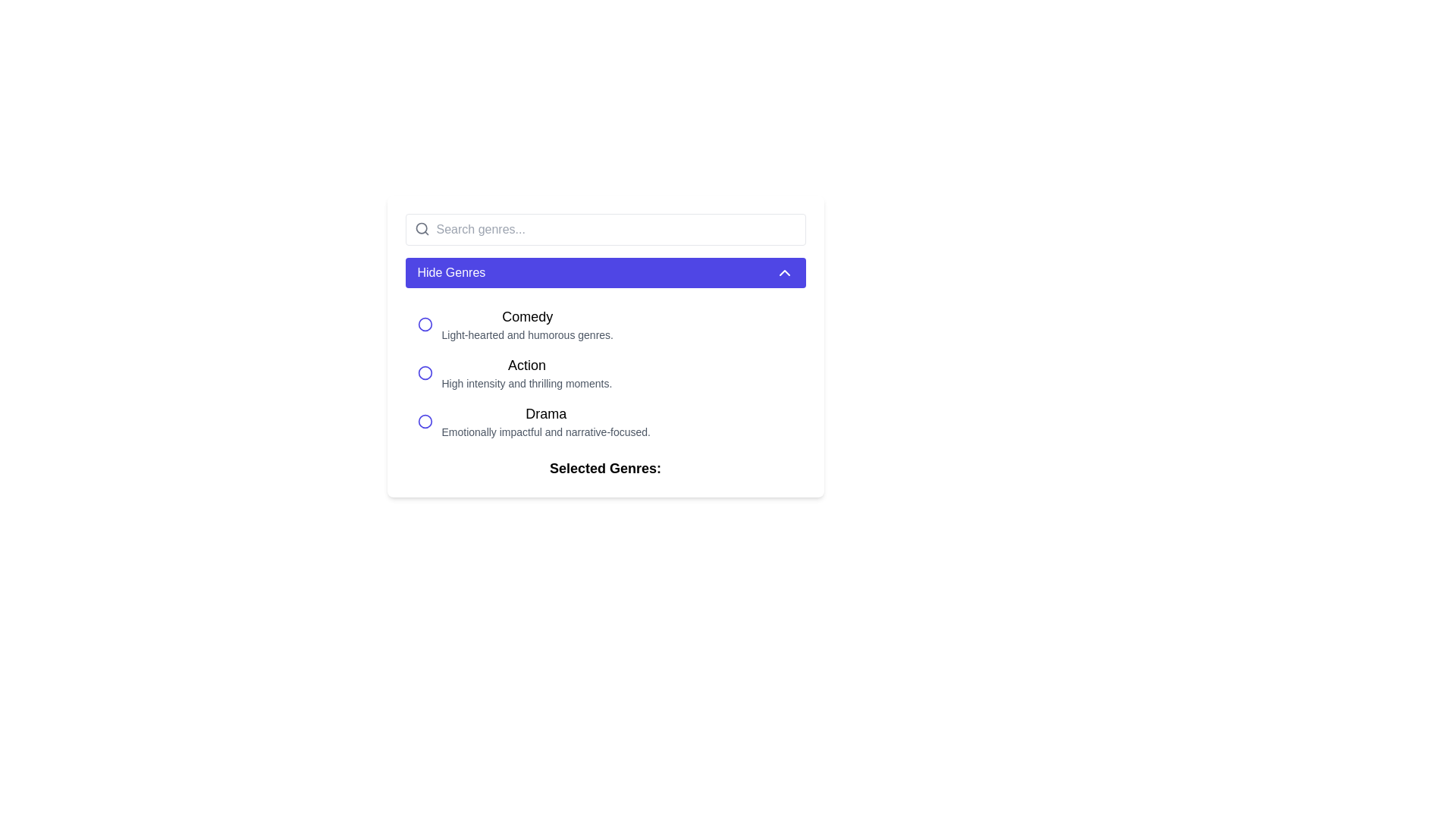 Image resolution: width=1456 pixels, height=819 pixels. What do you see at coordinates (604, 421) in the screenshot?
I see `the text area of the selectable list item representing the 'Drama' genre` at bounding box center [604, 421].